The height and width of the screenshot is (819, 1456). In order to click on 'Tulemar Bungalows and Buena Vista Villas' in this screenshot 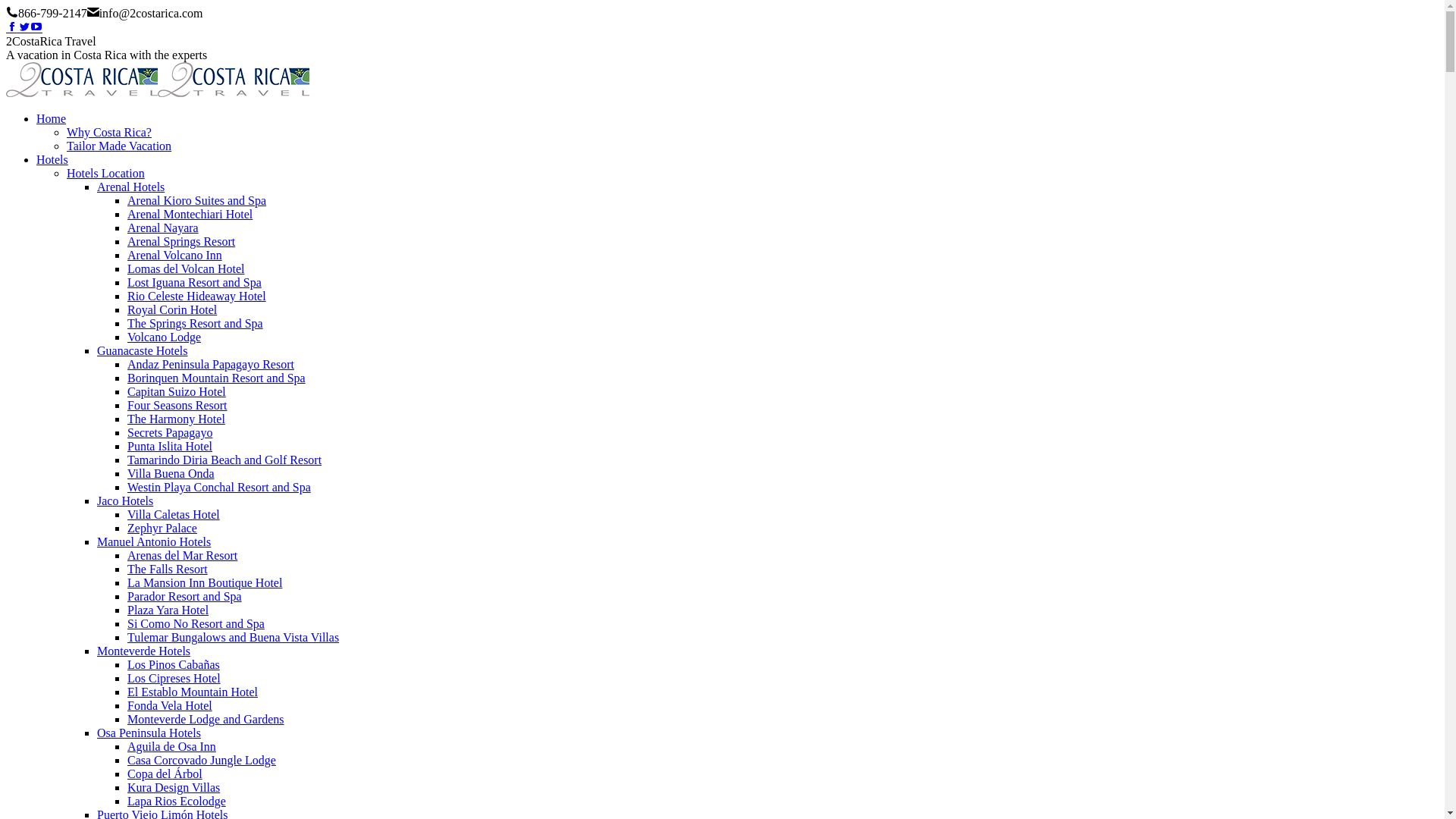, I will do `click(127, 637)`.